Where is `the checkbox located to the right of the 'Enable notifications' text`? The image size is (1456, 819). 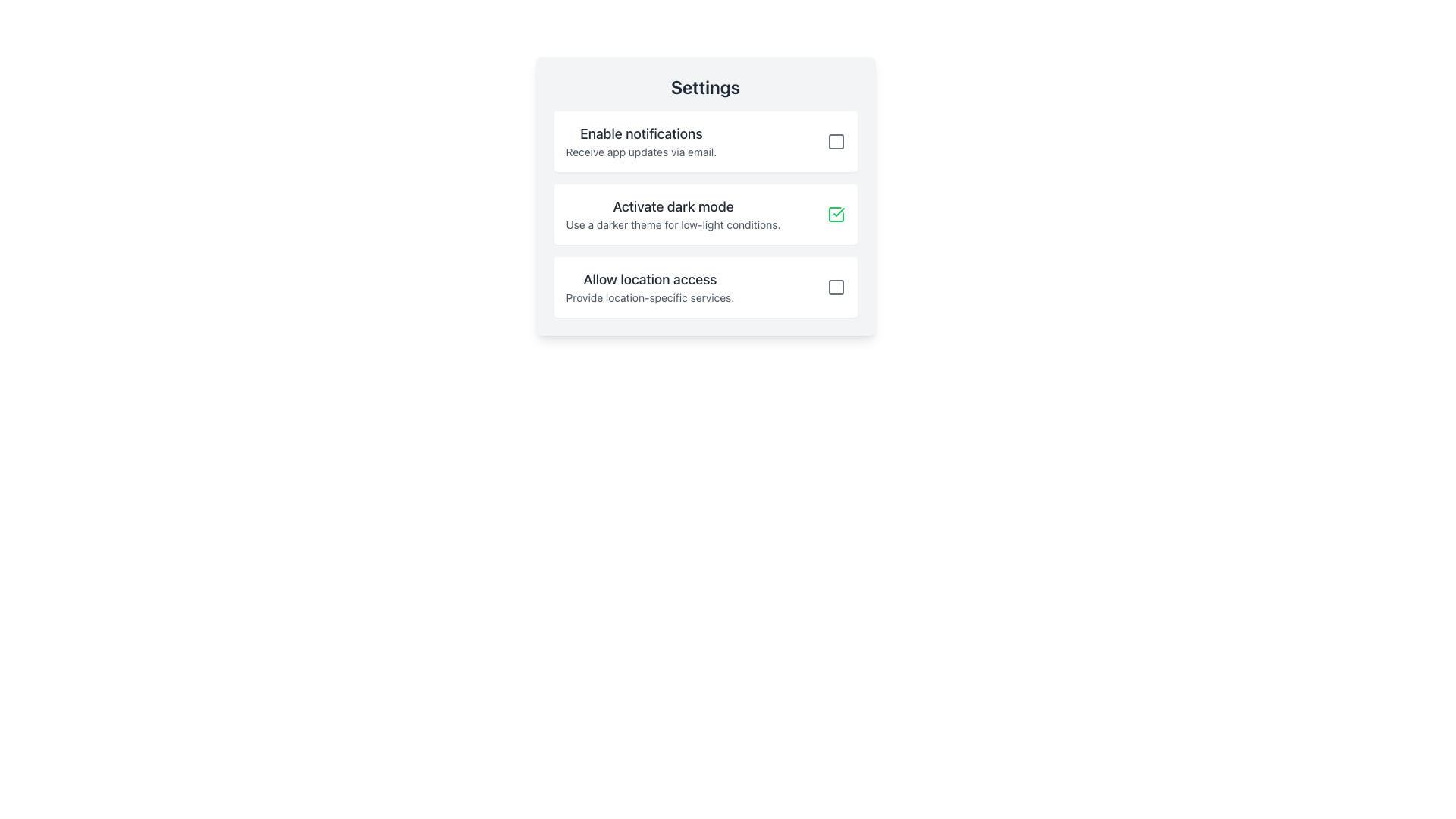 the checkbox located to the right of the 'Enable notifications' text is located at coordinates (835, 141).